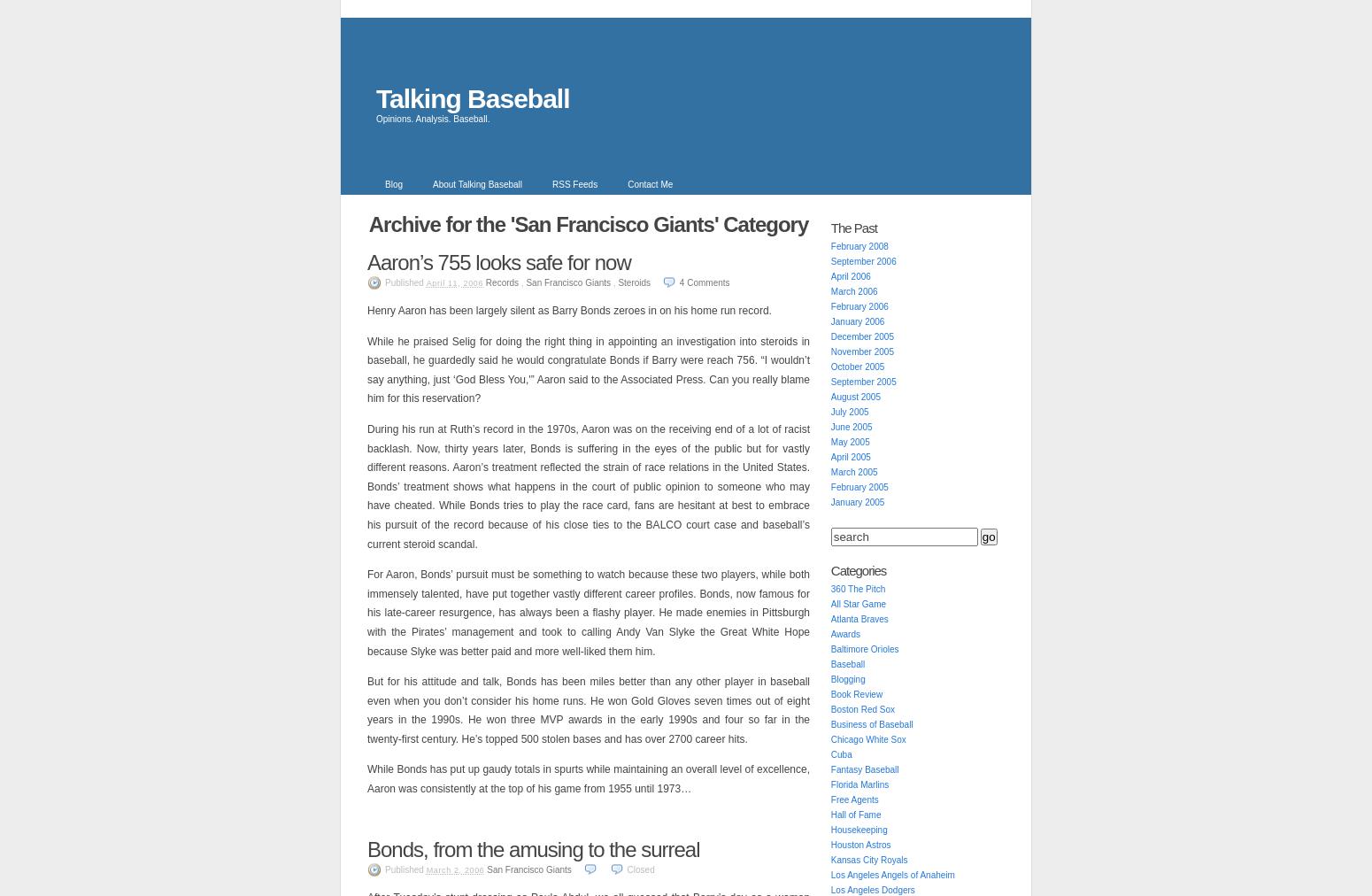 Image resolution: width=1372 pixels, height=896 pixels. Describe the element at coordinates (858, 486) in the screenshot. I see `'February 2005'` at that location.